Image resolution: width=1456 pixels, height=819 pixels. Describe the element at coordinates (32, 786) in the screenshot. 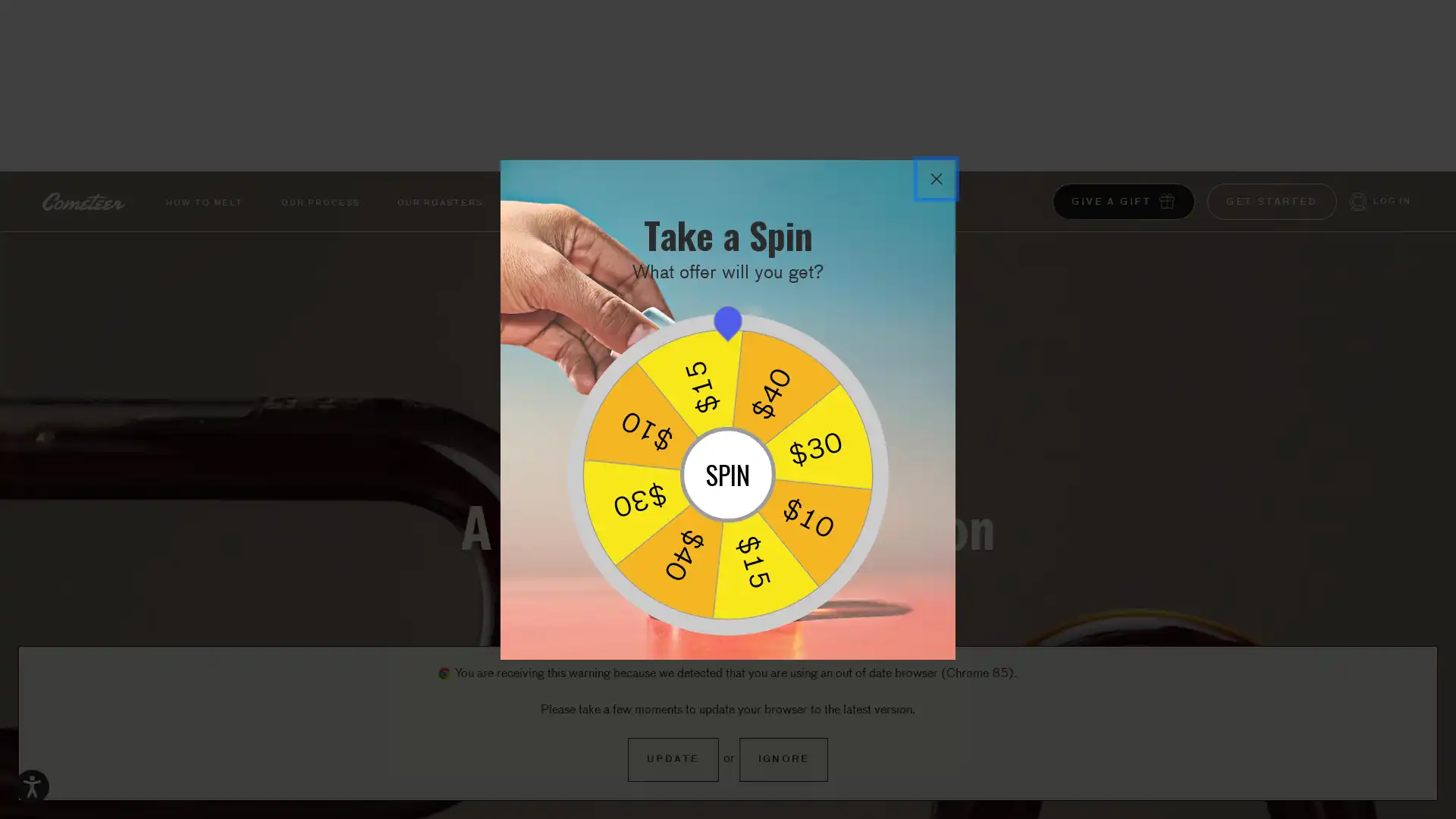

I see `Open accessibility options, statement and help` at that location.